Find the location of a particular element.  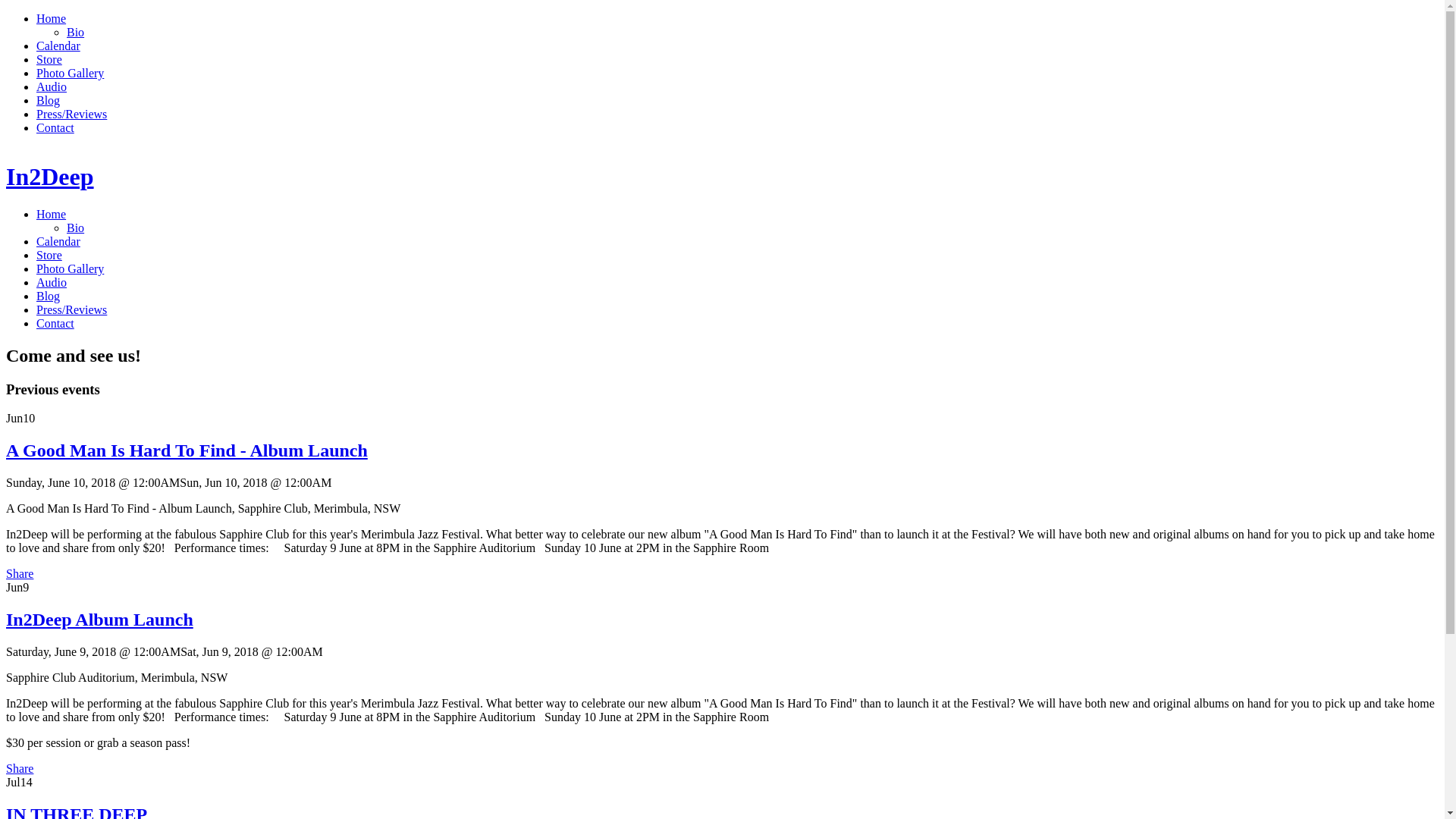

'A Good Man Is Hard To Find - Album Launch' is located at coordinates (186, 450).